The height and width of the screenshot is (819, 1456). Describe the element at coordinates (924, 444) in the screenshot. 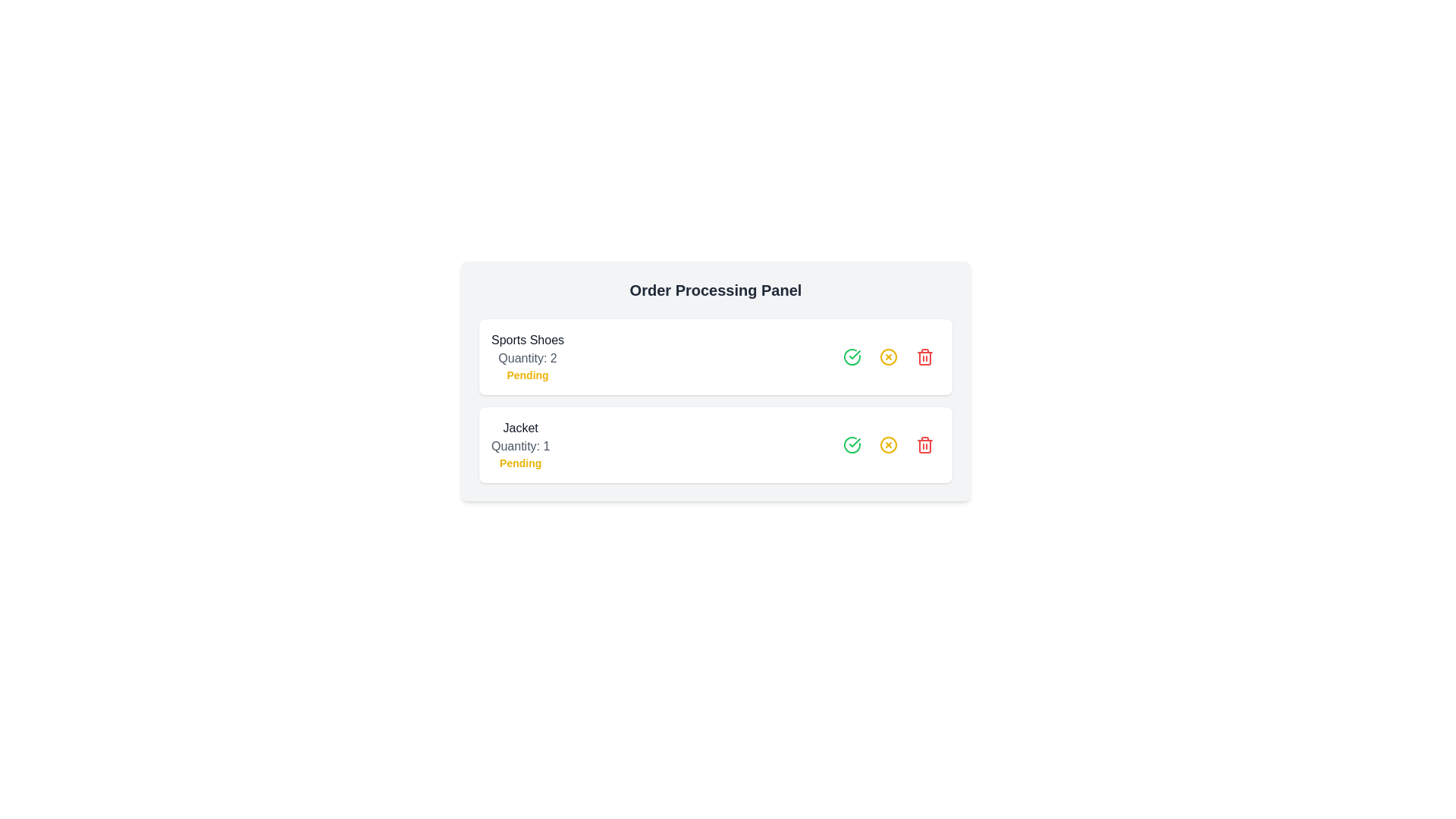

I see `the trash bin icon button located at the far right of the horizontal row of icons` at that location.